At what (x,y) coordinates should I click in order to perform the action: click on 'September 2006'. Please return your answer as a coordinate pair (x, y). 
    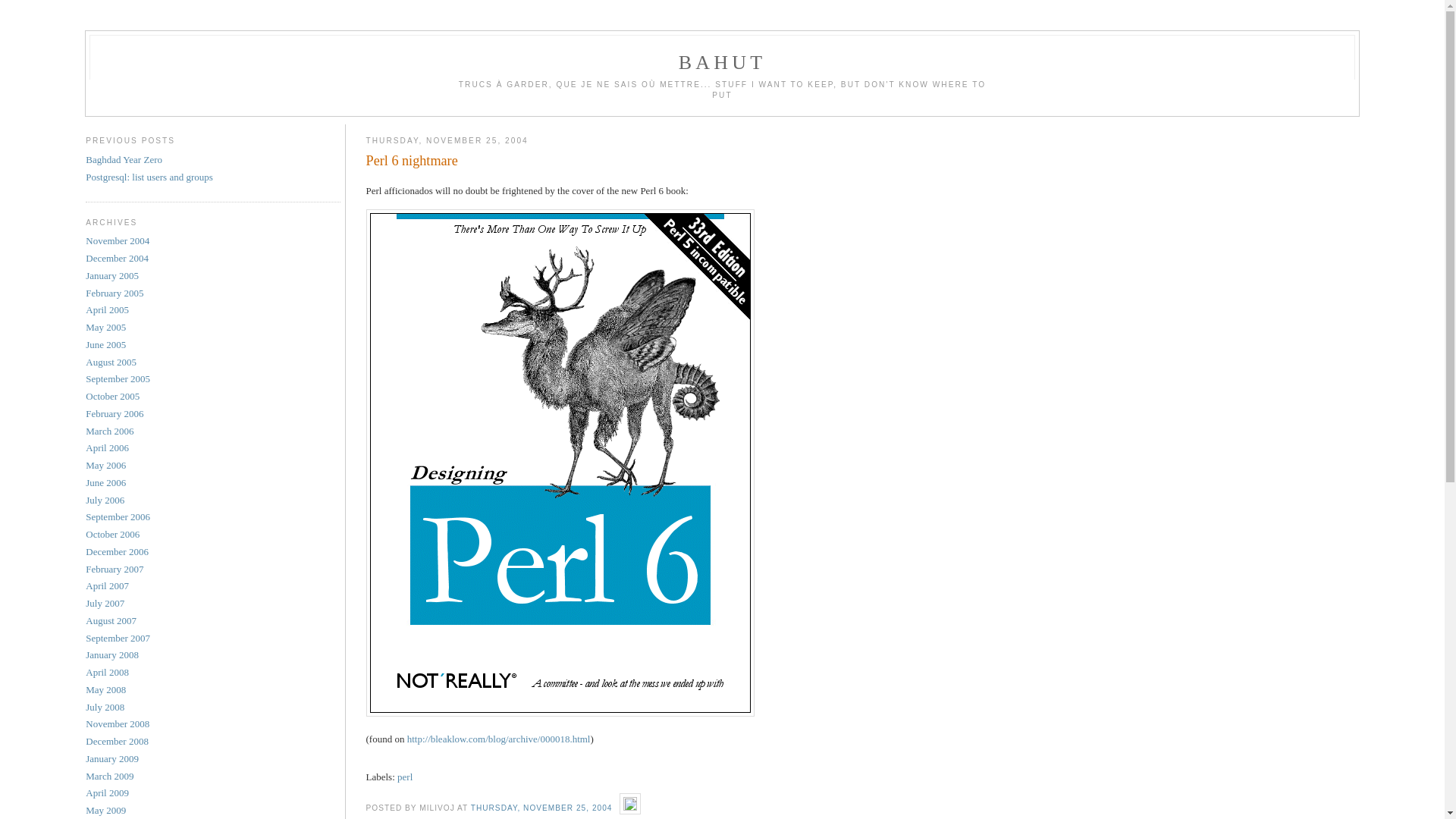
    Looking at the image, I should click on (117, 516).